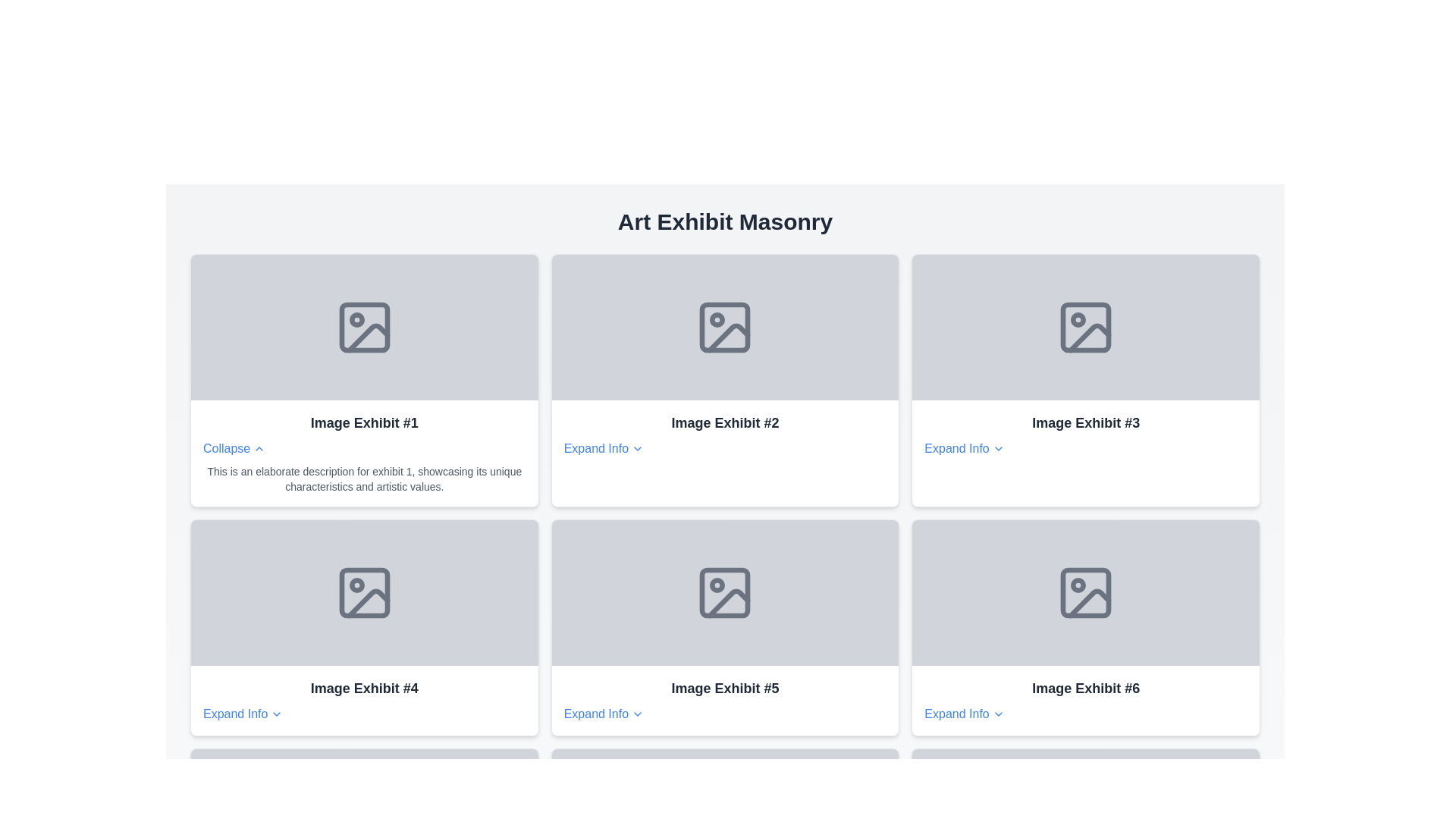 The width and height of the screenshot is (1456, 819). I want to click on the arrow SVG icon located to the immediate right of the 'Collapse' text link in the card labeled 'Image Exhibit #1' to trigger the collapse action, so click(259, 447).